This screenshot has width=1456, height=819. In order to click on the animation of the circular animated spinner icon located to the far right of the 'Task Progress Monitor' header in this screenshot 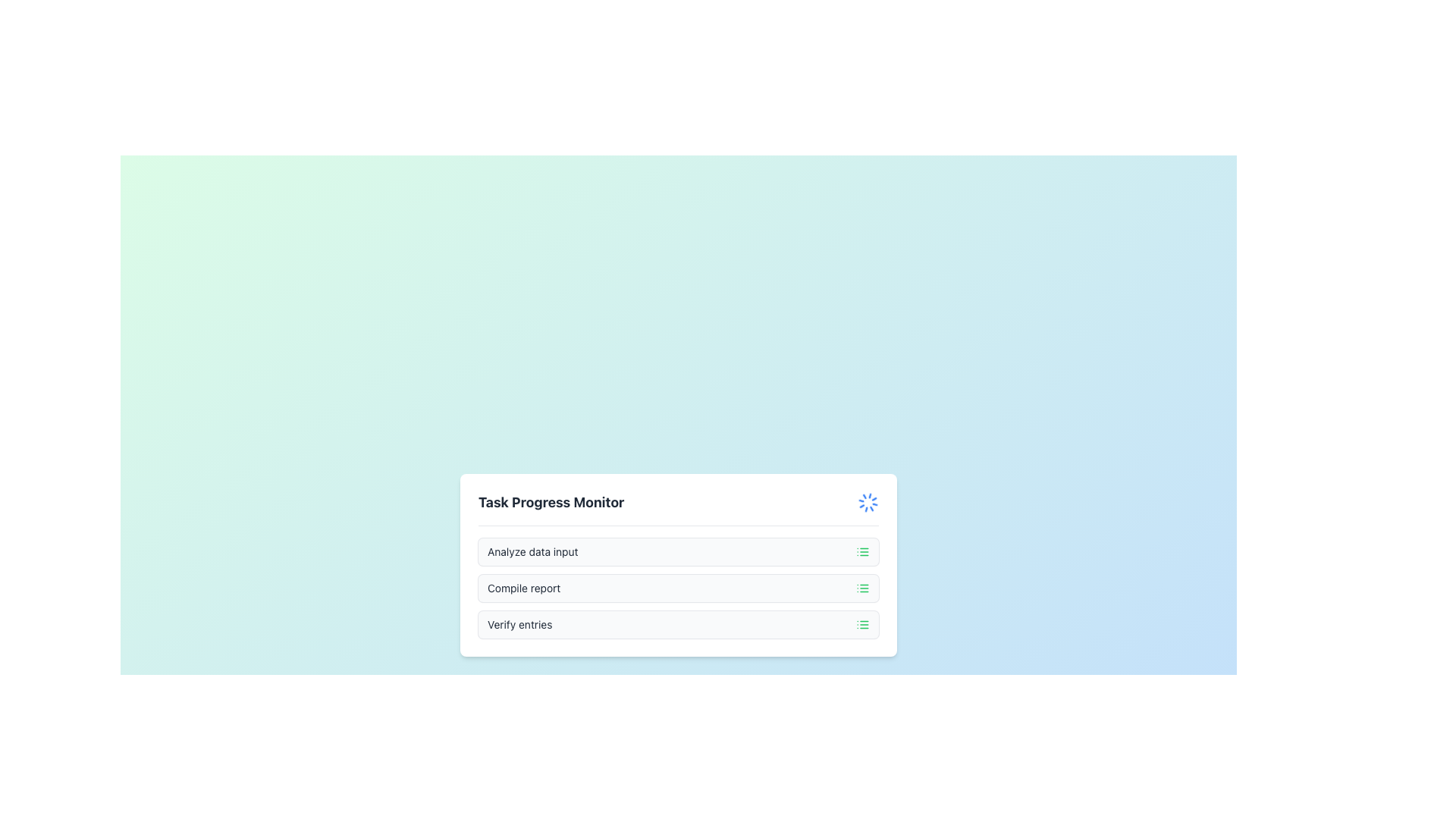, I will do `click(868, 502)`.